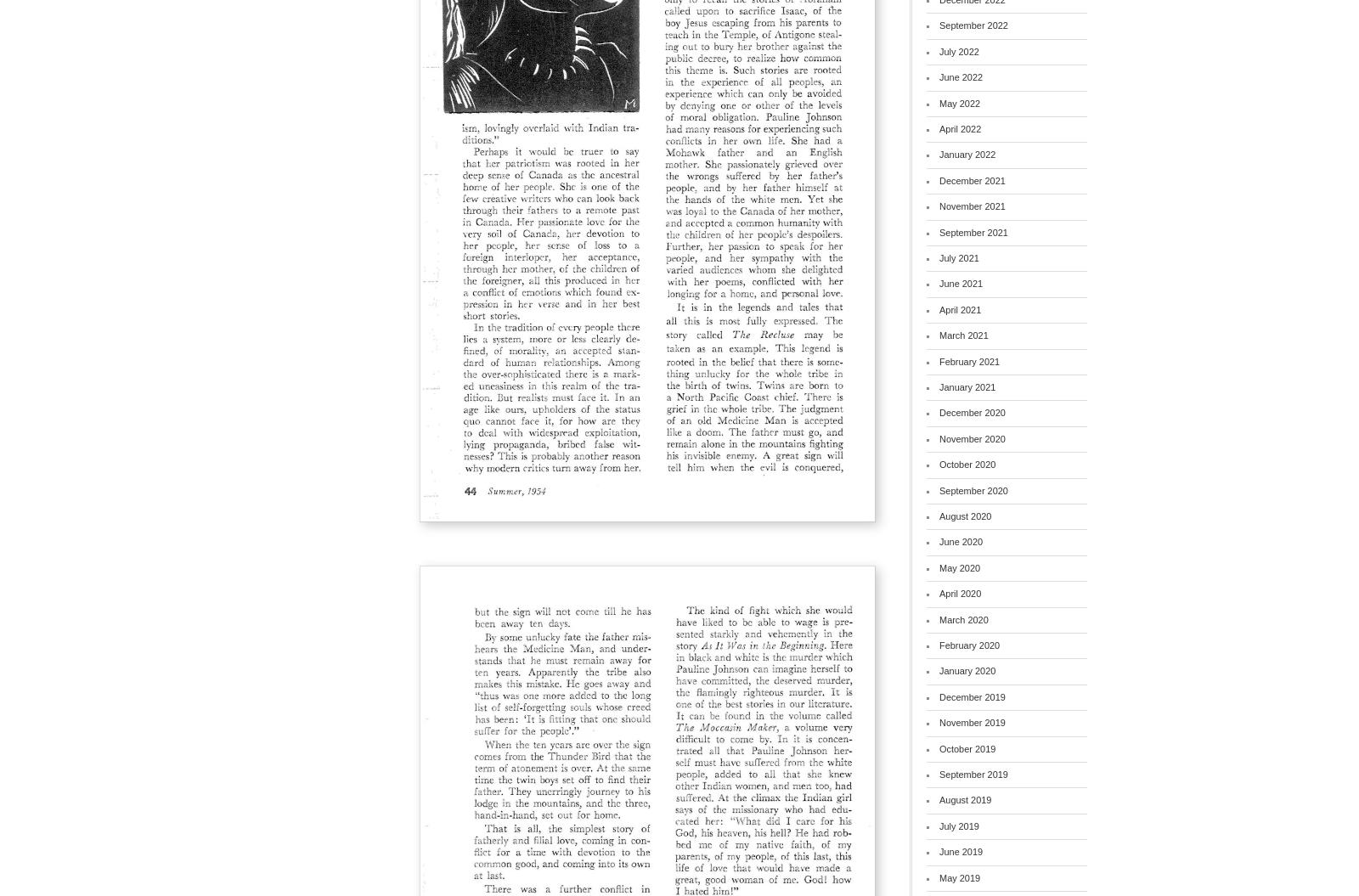  I want to click on 'July 2021', so click(939, 256).